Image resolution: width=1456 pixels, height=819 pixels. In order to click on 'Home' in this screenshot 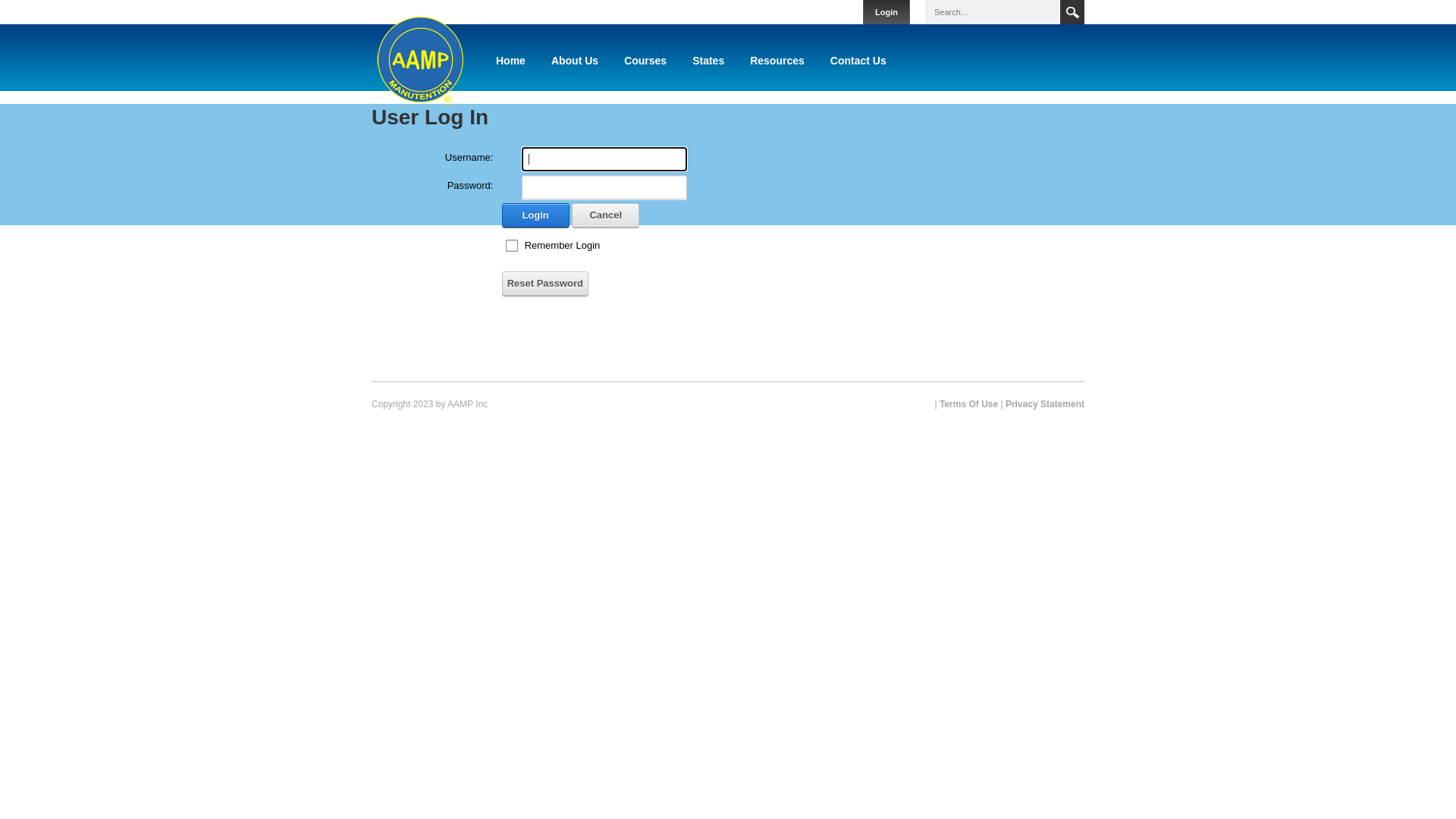, I will do `click(510, 60)`.